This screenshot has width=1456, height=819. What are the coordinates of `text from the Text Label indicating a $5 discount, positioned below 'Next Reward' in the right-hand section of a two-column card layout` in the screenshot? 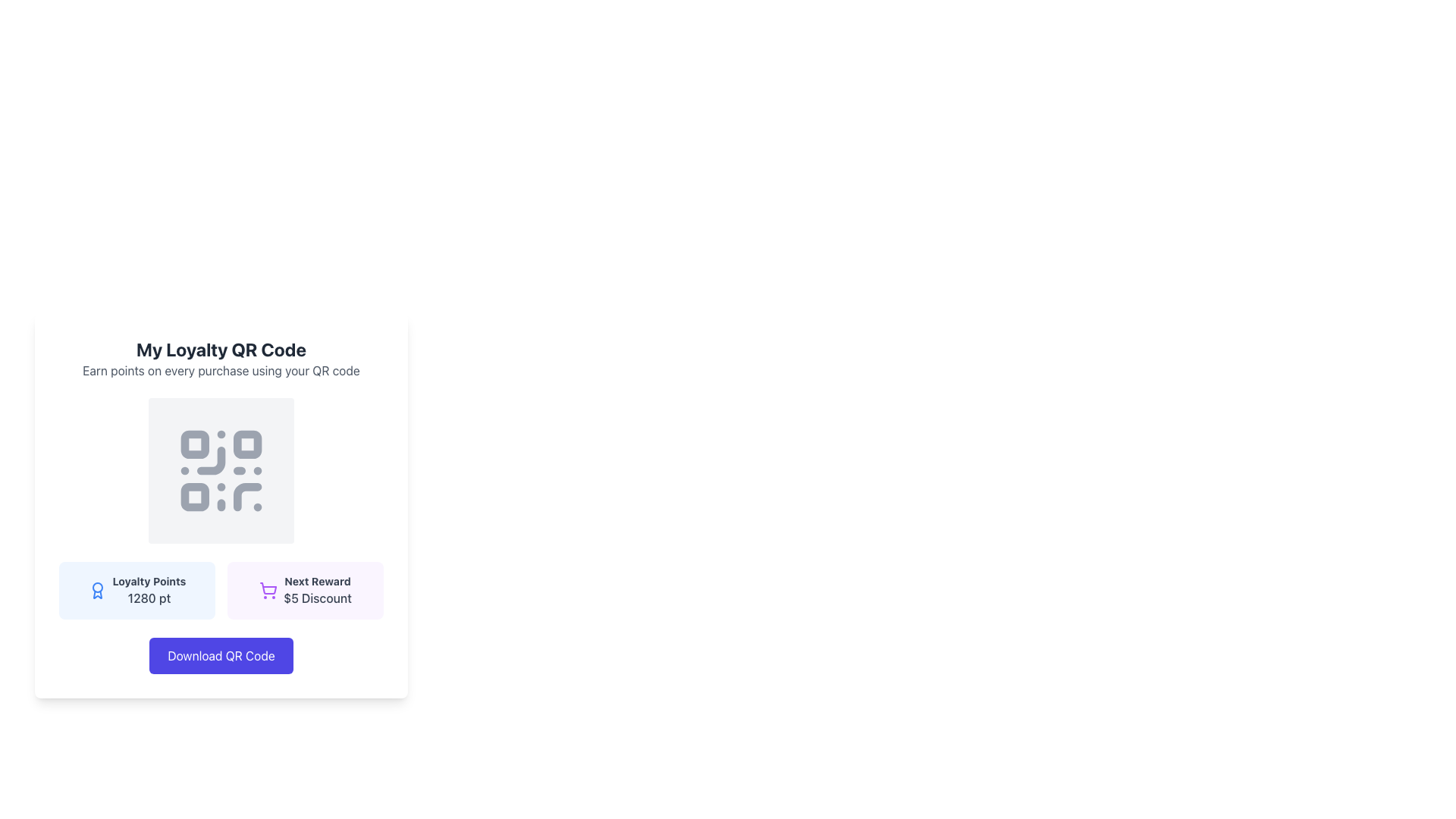 It's located at (316, 598).